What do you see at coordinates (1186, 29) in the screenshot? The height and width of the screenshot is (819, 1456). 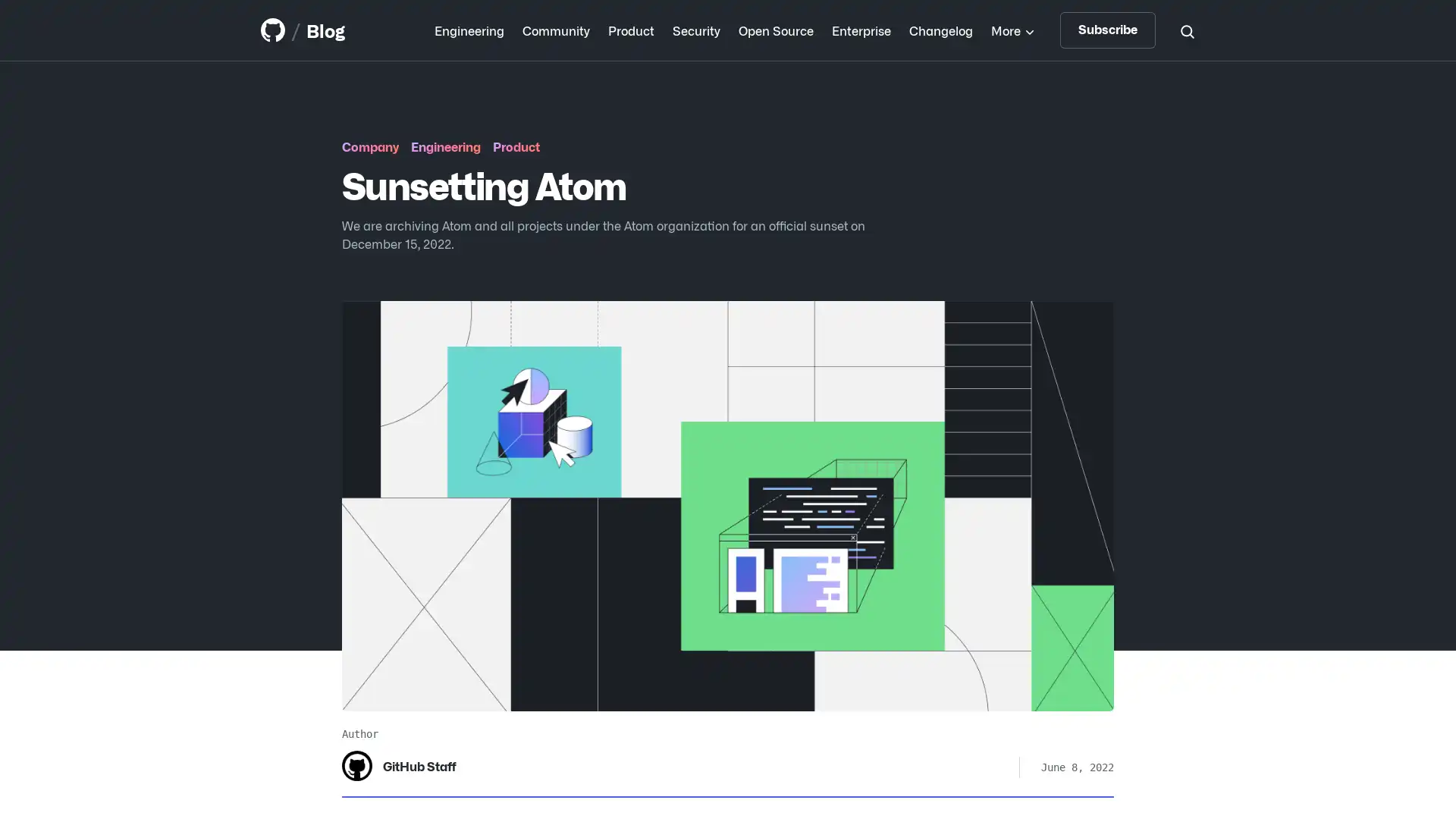 I see `Search toggle` at bounding box center [1186, 29].